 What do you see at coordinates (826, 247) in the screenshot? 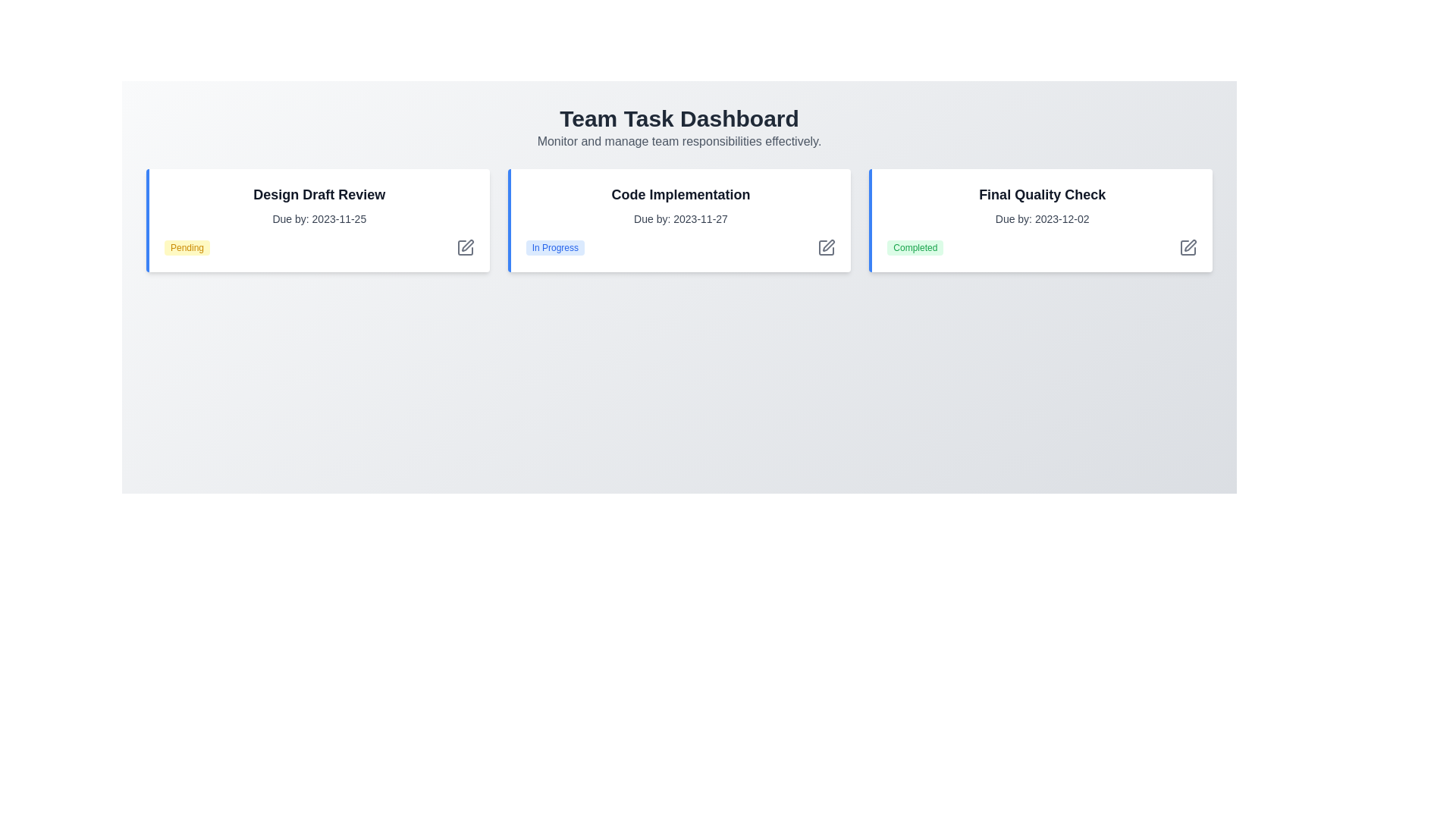
I see `the graphical icon in the top-right corner of the 'Code Implementation' card` at bounding box center [826, 247].